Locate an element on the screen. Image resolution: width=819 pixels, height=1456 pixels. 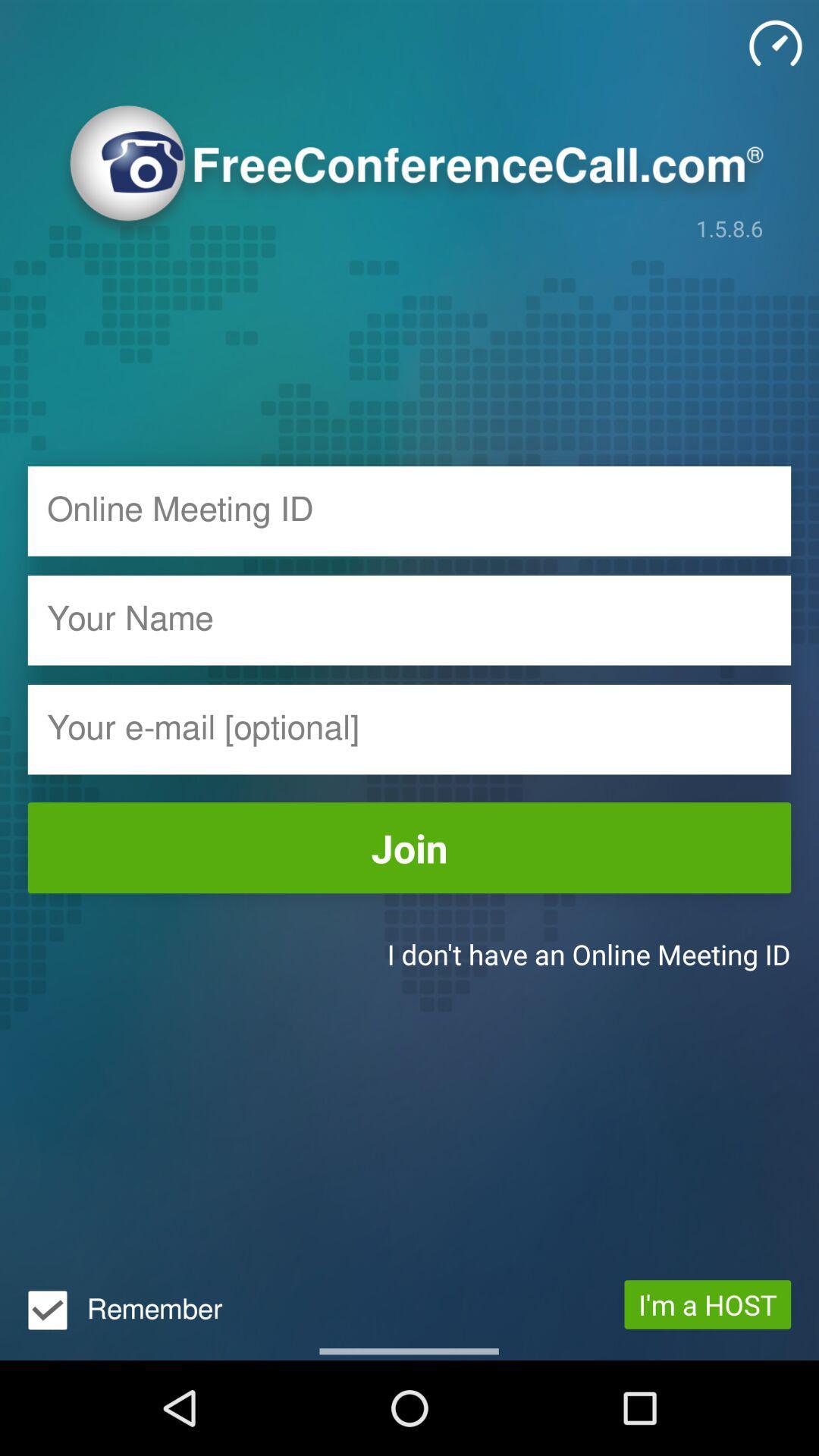
the time icon is located at coordinates (775, 43).